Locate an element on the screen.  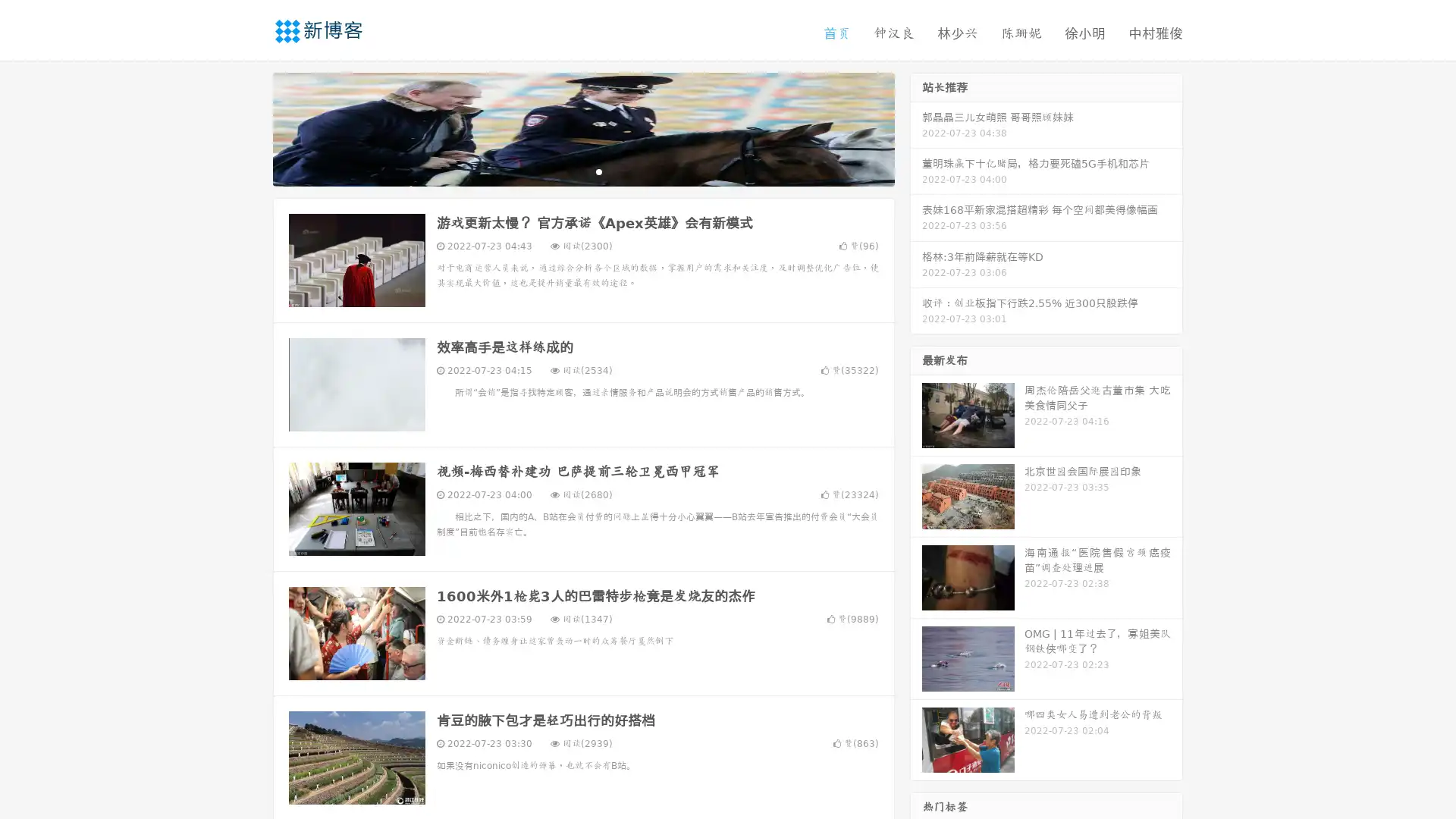
Previous slide is located at coordinates (250, 127).